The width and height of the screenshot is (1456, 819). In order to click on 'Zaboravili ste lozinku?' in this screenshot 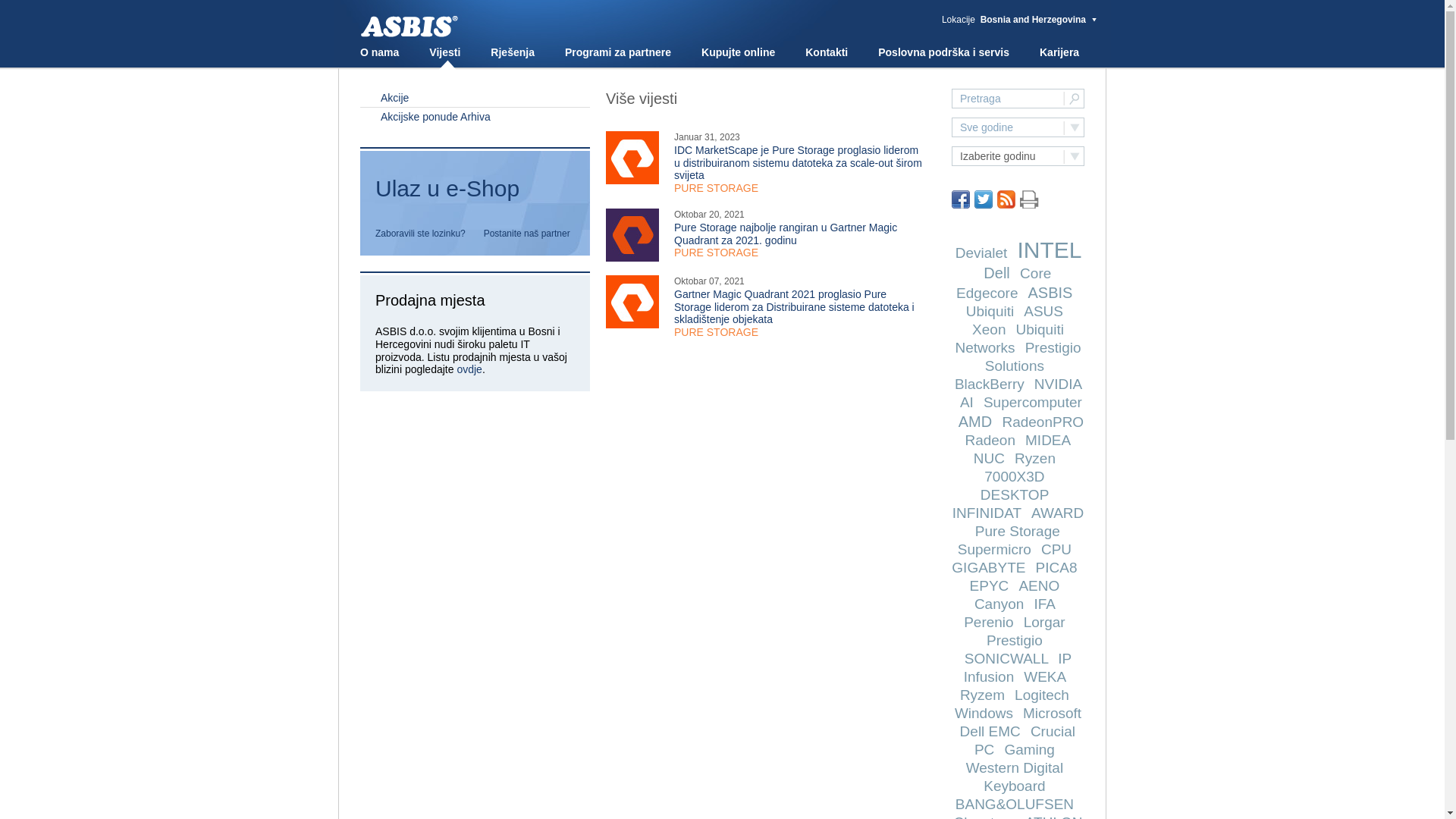, I will do `click(375, 234)`.